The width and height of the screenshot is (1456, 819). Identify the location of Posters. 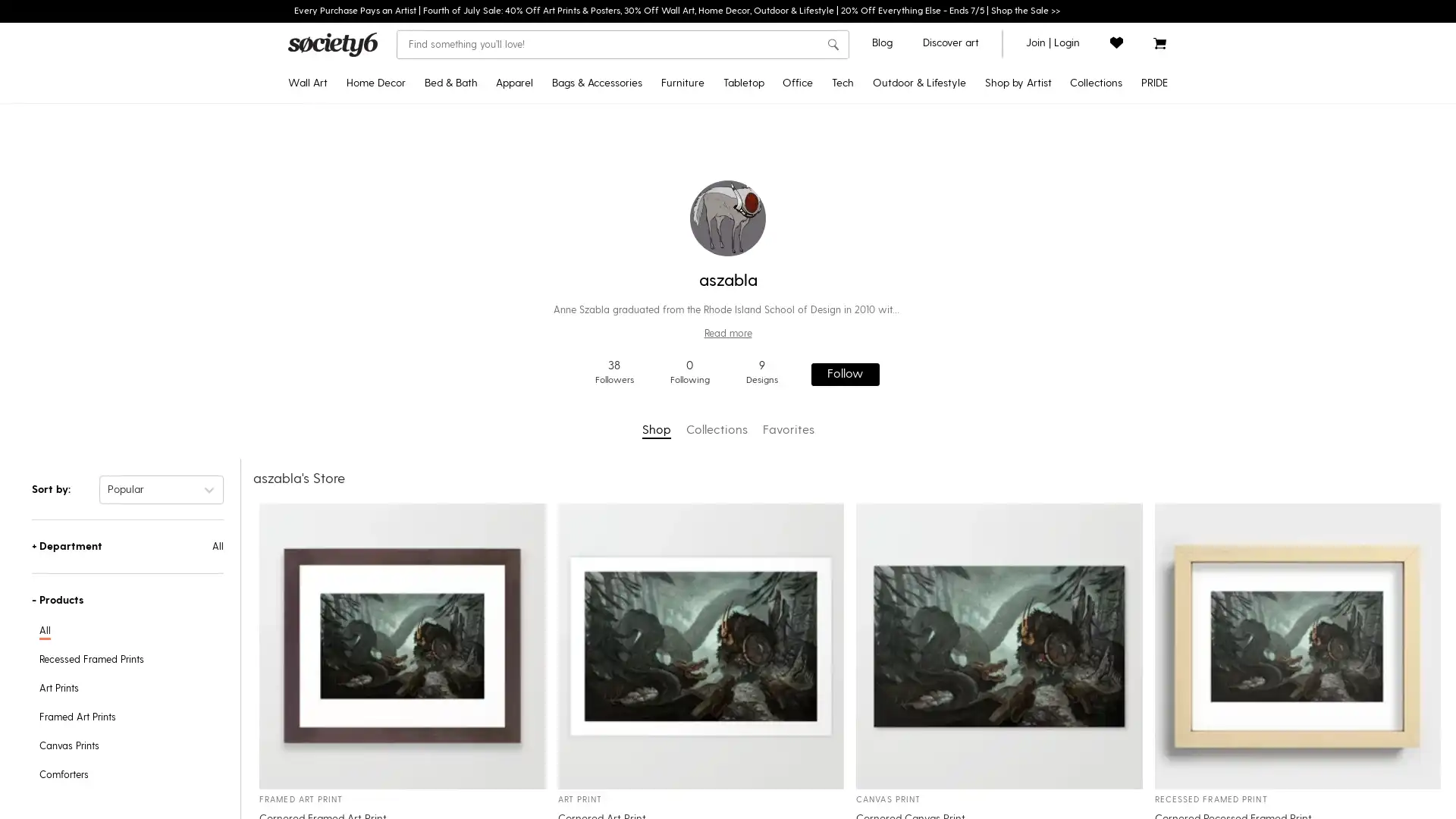
(356, 268).